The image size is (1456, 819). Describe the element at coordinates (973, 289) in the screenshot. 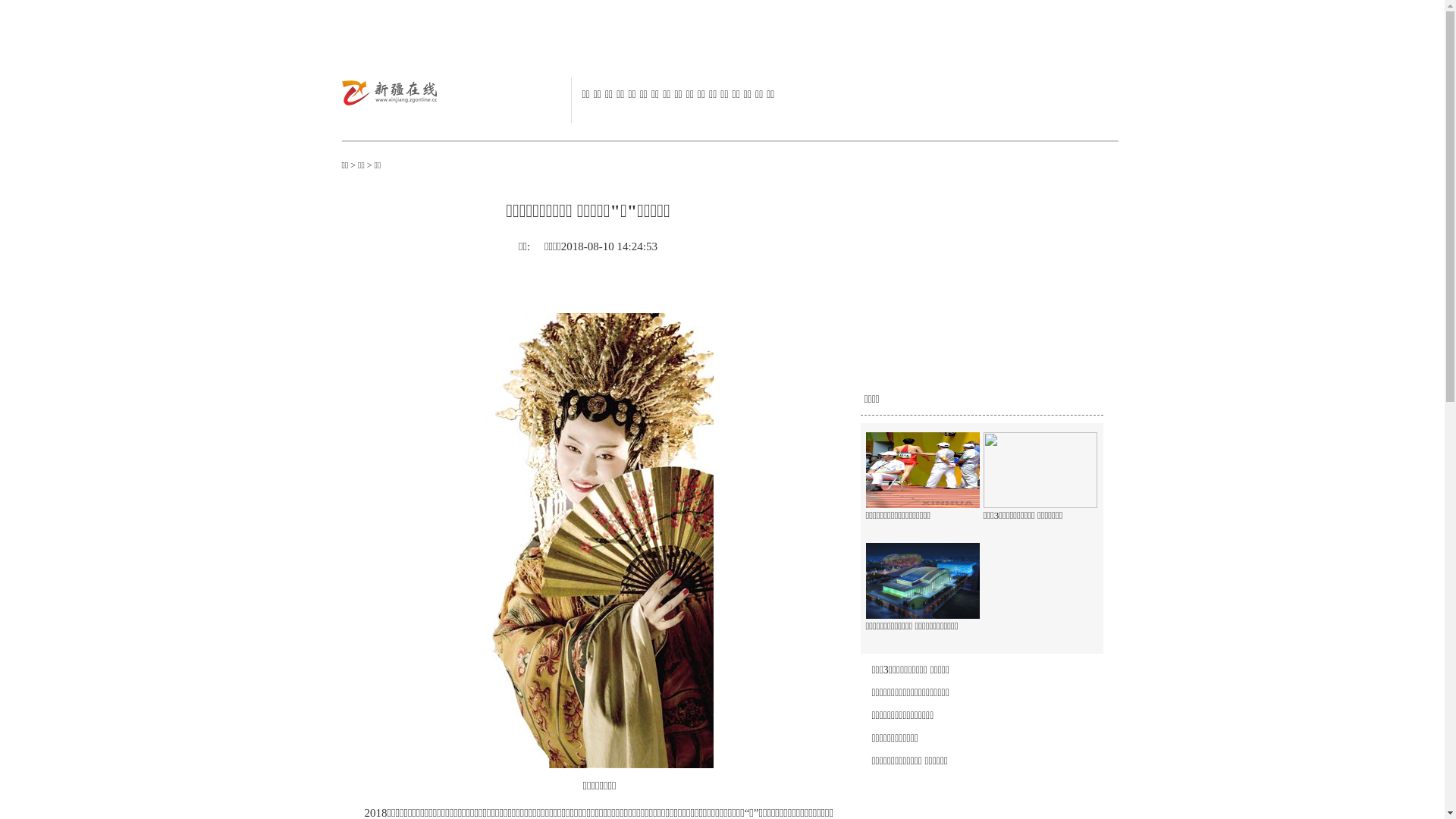

I see `'Advertisement'` at that location.